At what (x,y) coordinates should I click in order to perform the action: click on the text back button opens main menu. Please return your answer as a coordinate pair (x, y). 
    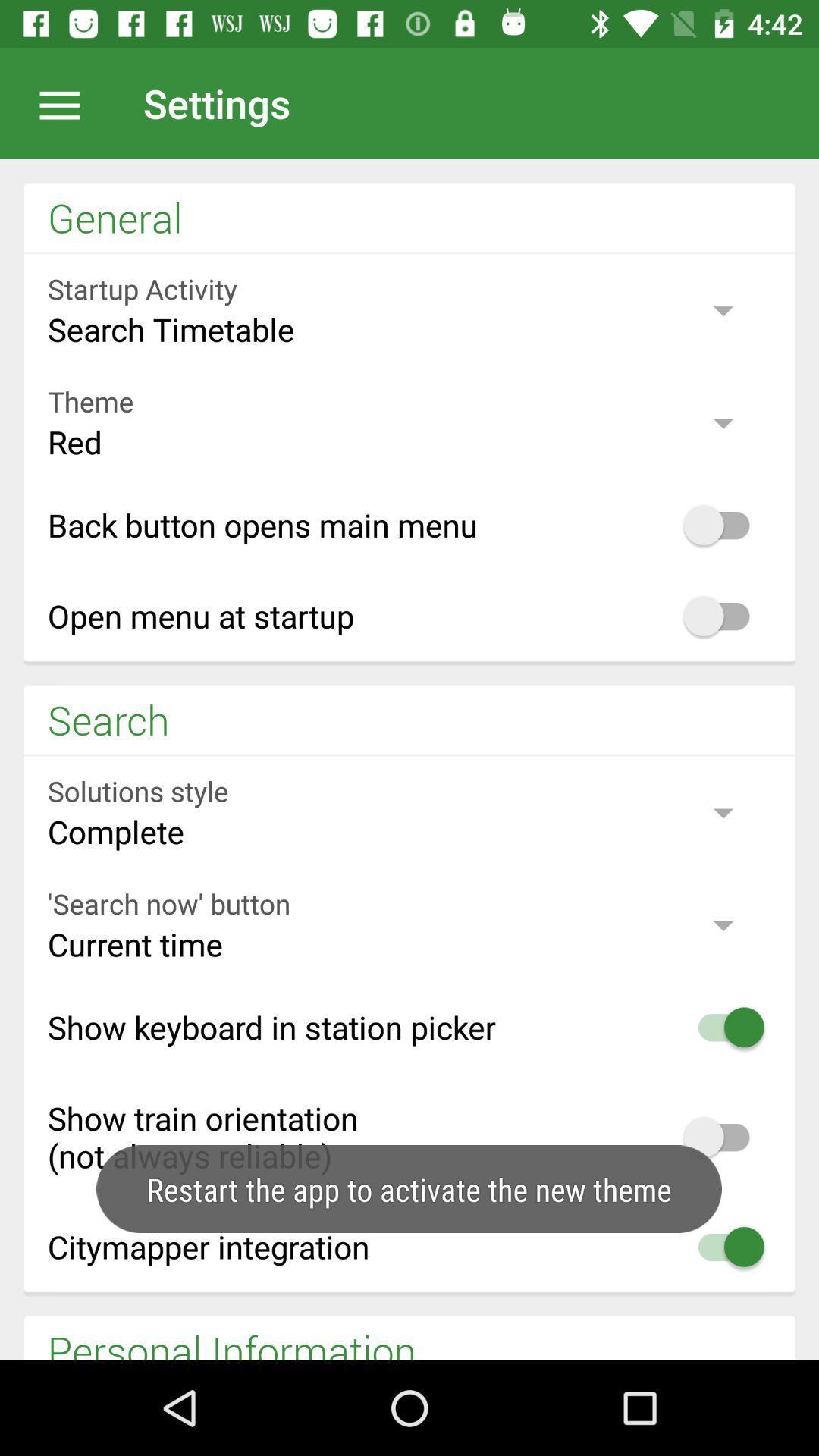
    Looking at the image, I should click on (409, 524).